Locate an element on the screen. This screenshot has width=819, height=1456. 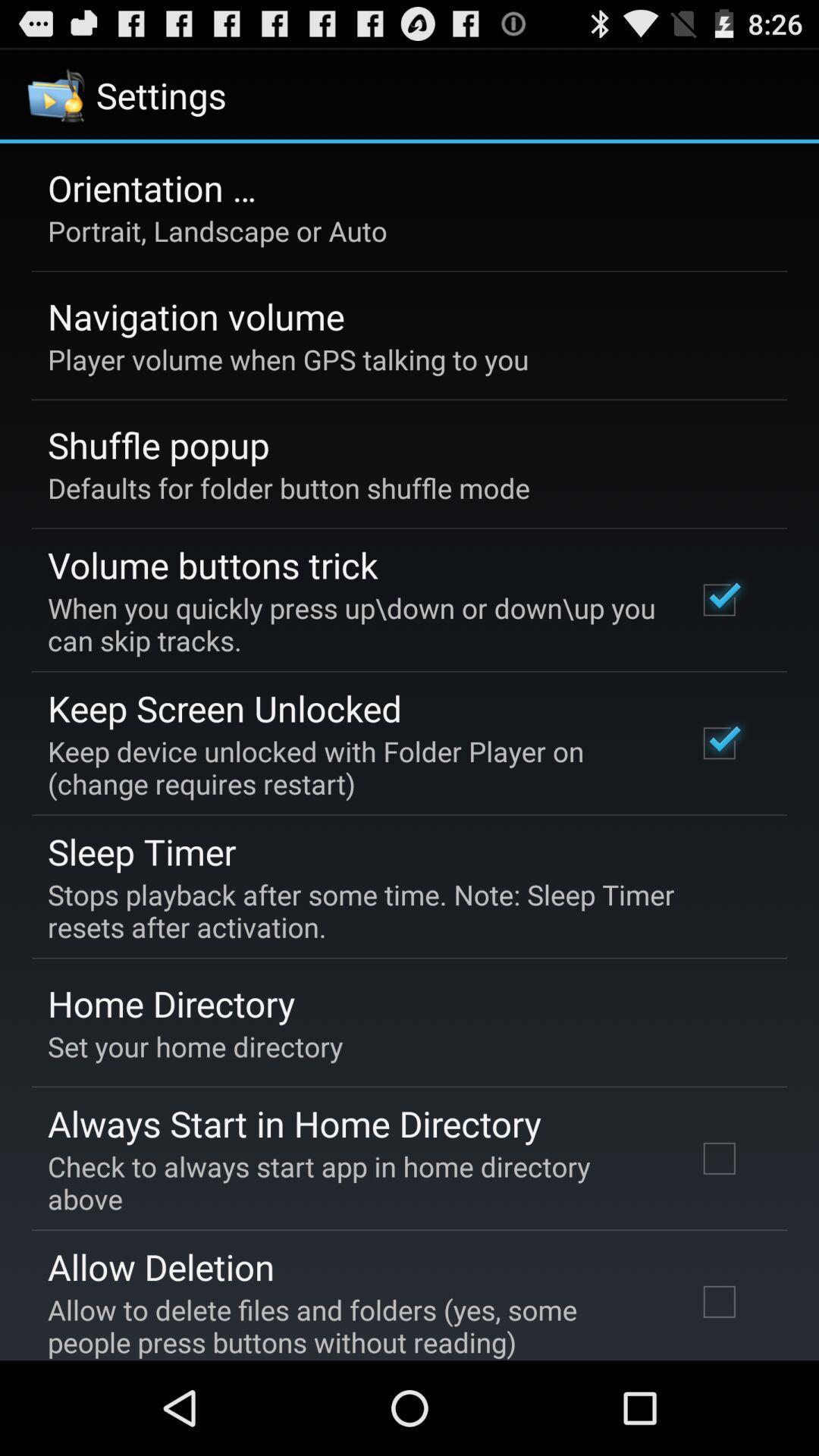
the item below the always start in is located at coordinates (351, 1181).